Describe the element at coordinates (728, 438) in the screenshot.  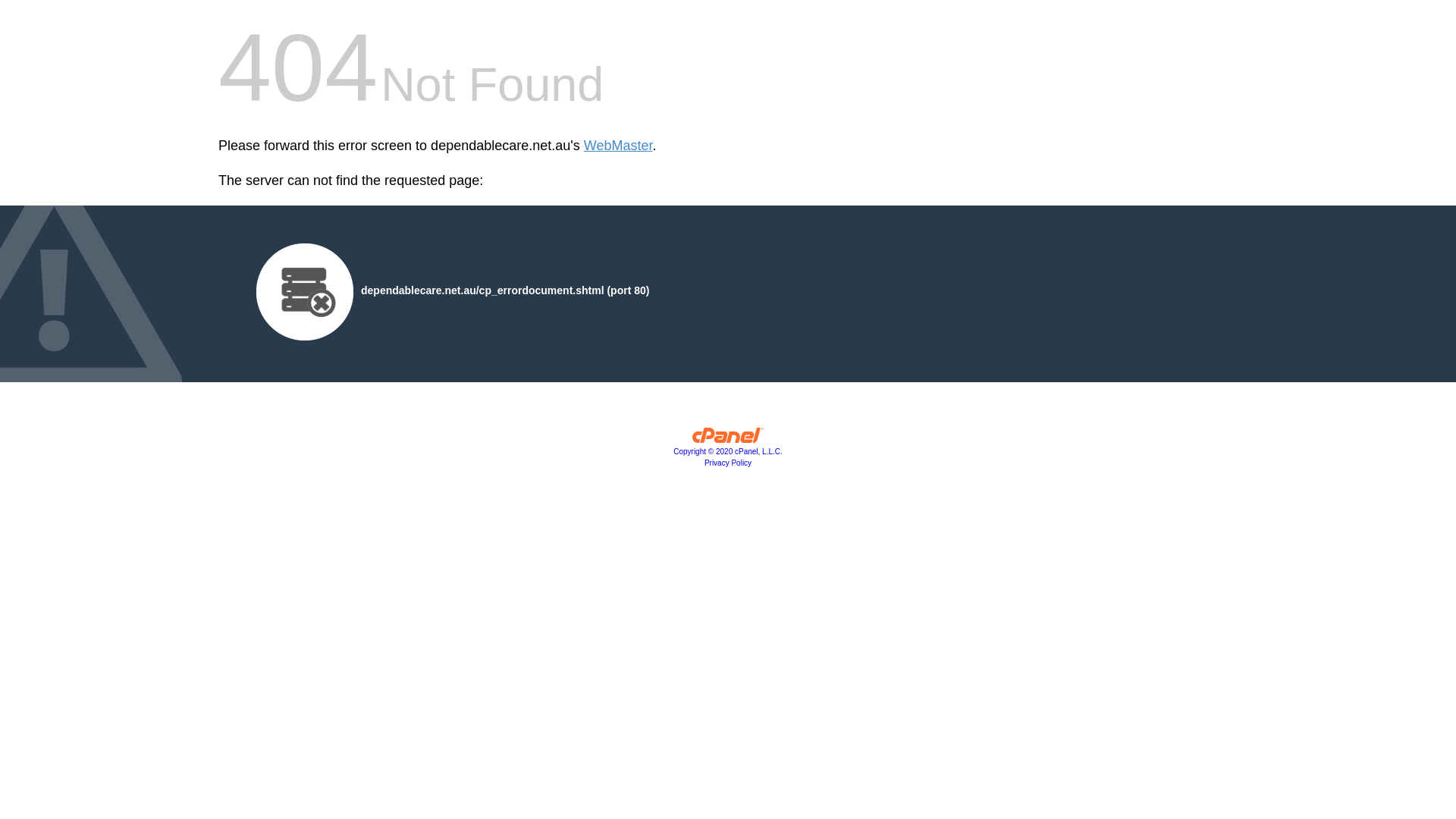
I see `'cPanel, Inc.'` at that location.